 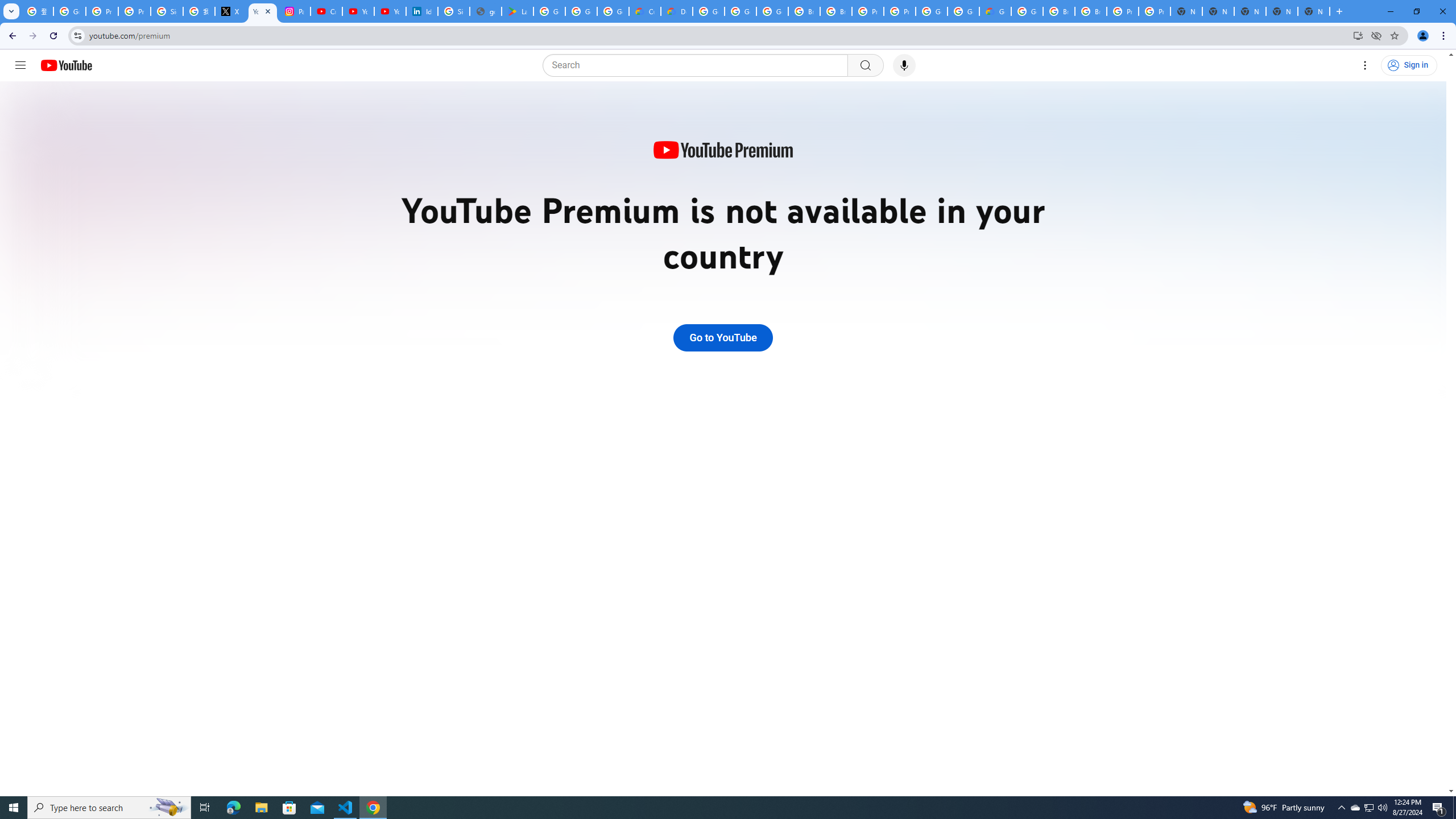 I want to click on 'YouTube Culture & Trends - YouTube Top 10, 2021', so click(x=390, y=11).